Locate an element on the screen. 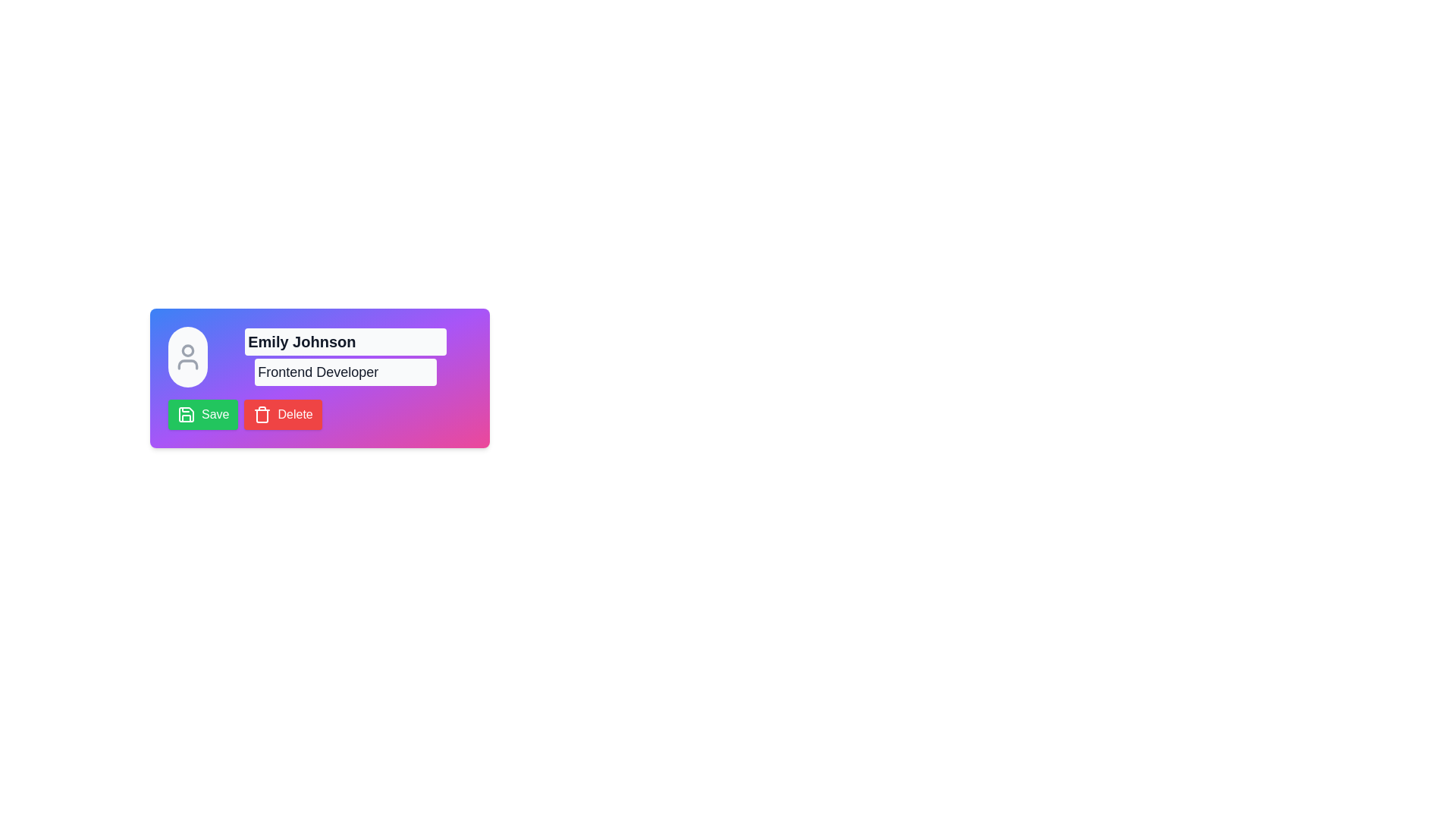  the green 'Save' button with a save icon is located at coordinates (202, 415).